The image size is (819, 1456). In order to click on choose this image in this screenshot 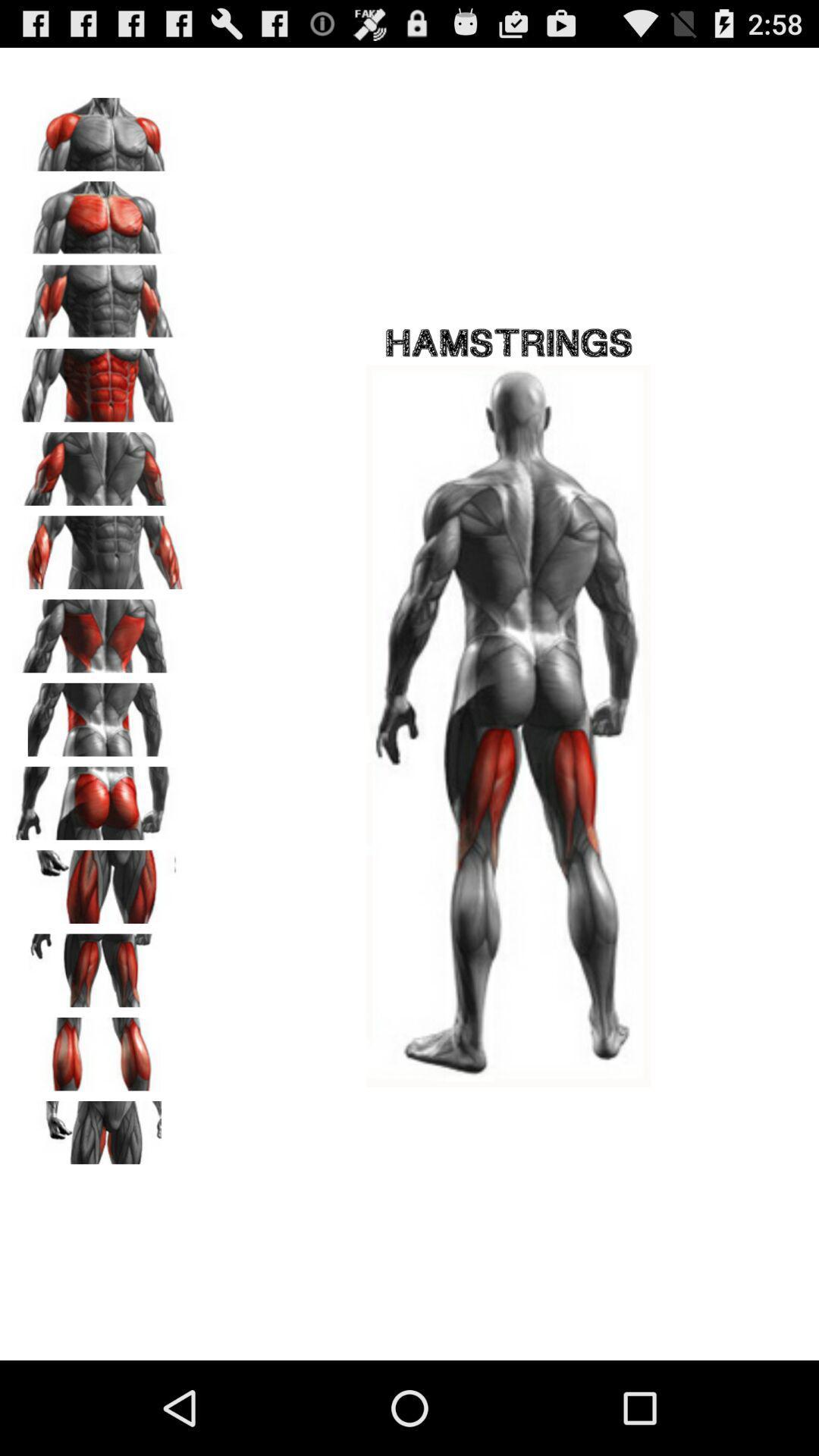, I will do `click(99, 212)`.